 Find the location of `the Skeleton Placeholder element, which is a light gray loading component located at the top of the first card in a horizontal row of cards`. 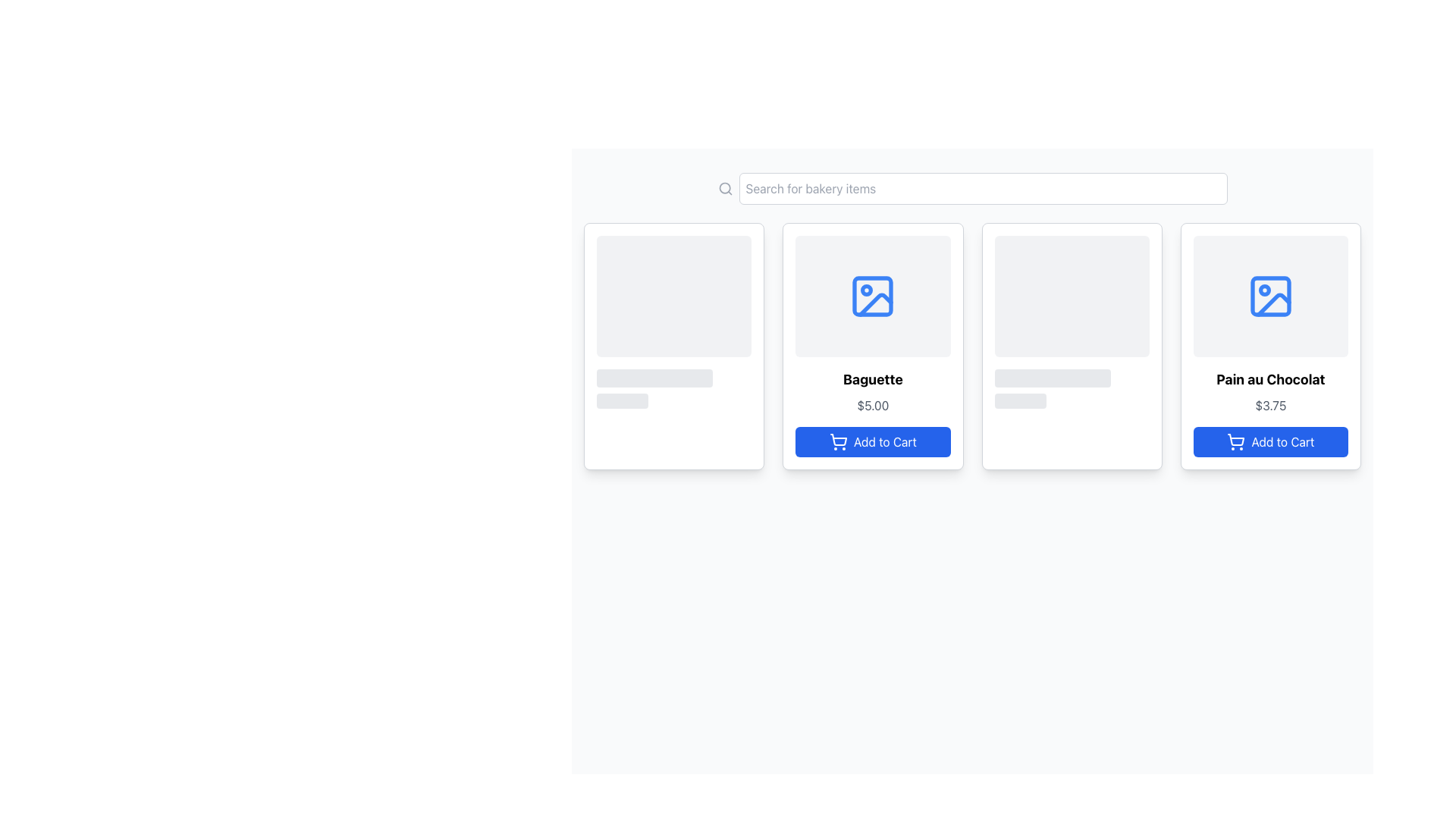

the Skeleton Placeholder element, which is a light gray loading component located at the top of the first card in a horizontal row of cards is located at coordinates (673, 321).